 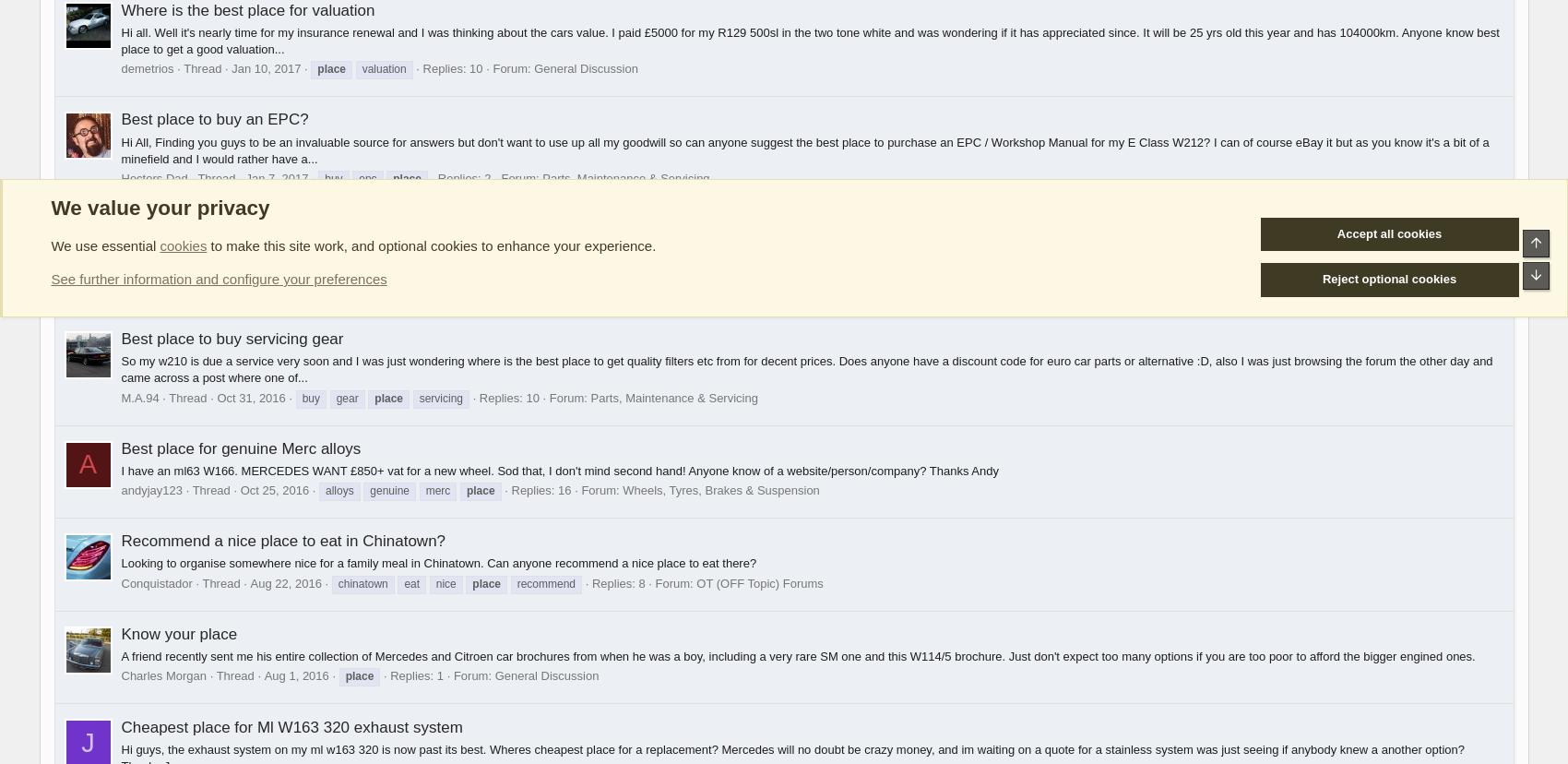 I want to click on 'alloys', so click(x=339, y=489).